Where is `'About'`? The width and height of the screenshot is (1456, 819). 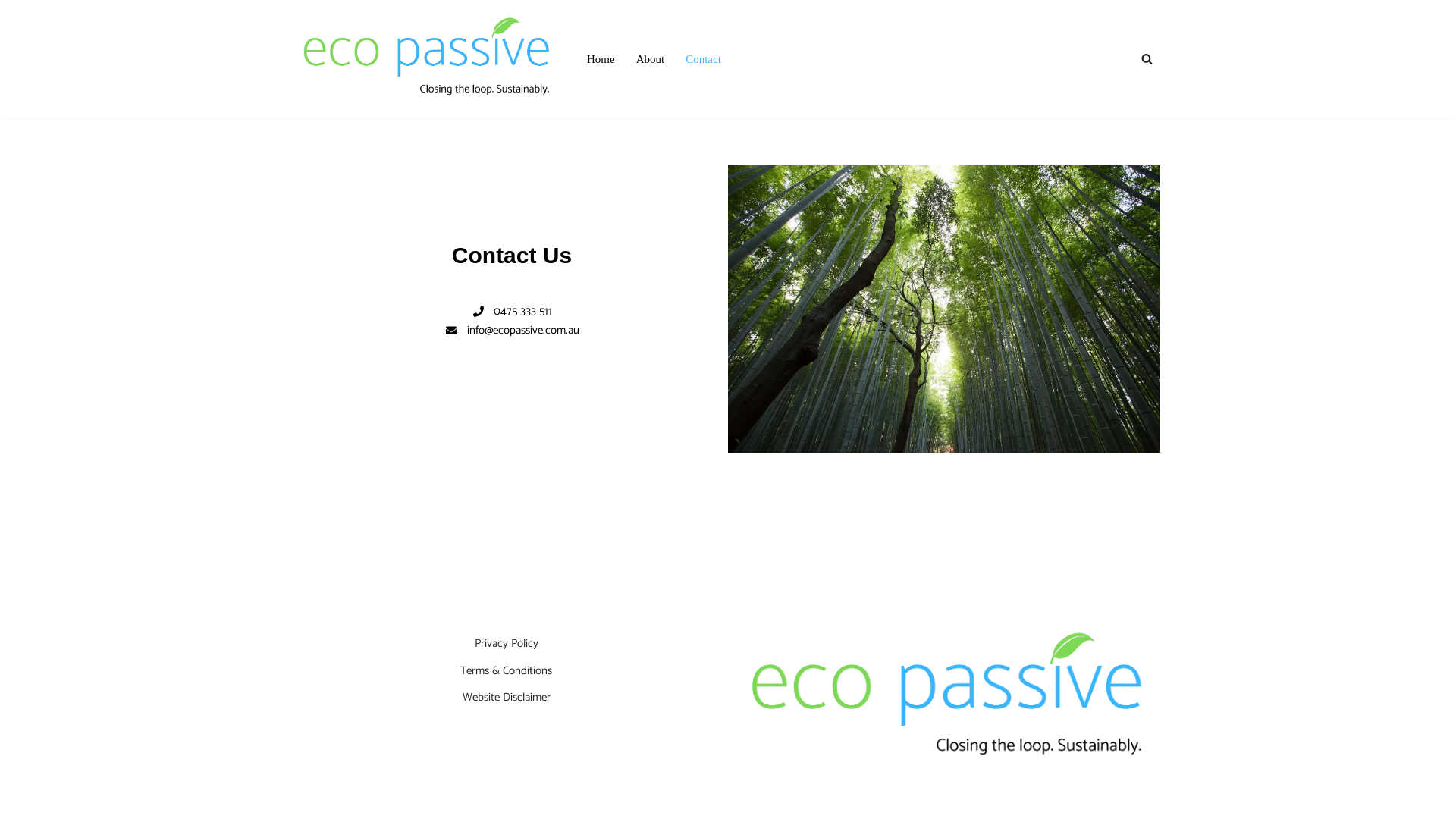 'About' is located at coordinates (651, 58).